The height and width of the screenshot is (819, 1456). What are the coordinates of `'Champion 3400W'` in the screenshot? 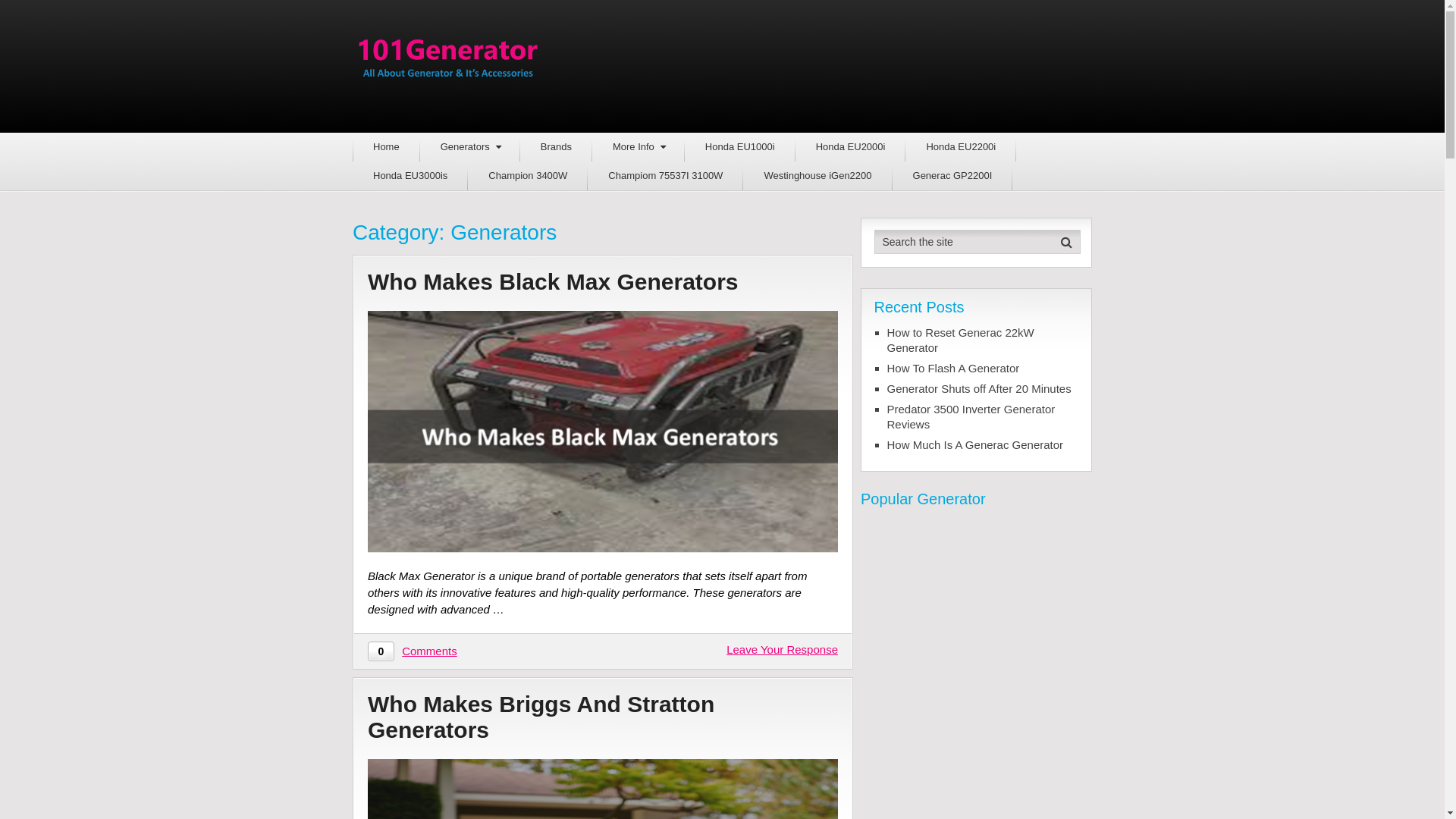 It's located at (528, 174).